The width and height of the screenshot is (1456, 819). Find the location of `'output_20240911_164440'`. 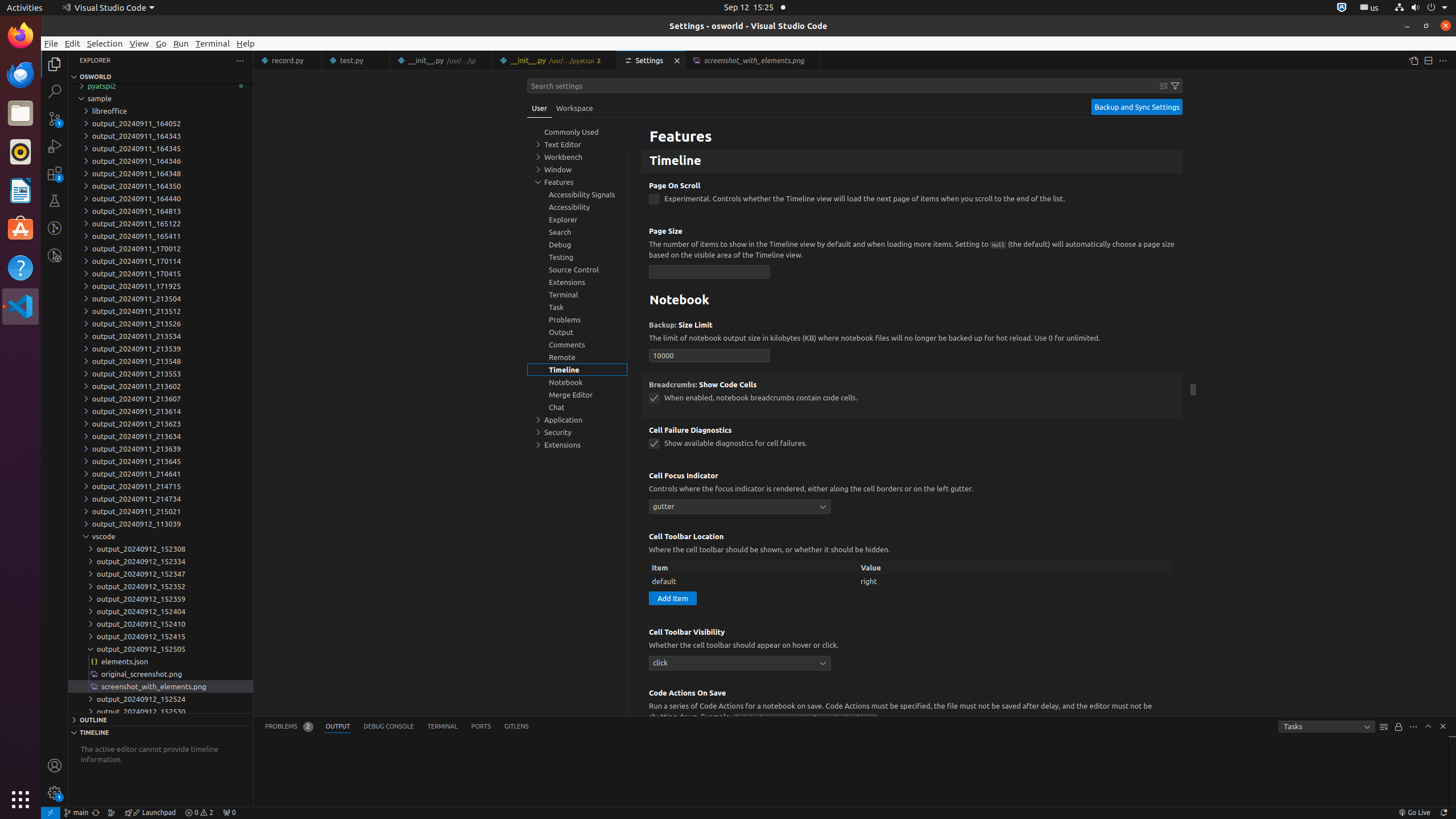

'output_20240911_164440' is located at coordinates (160, 198).